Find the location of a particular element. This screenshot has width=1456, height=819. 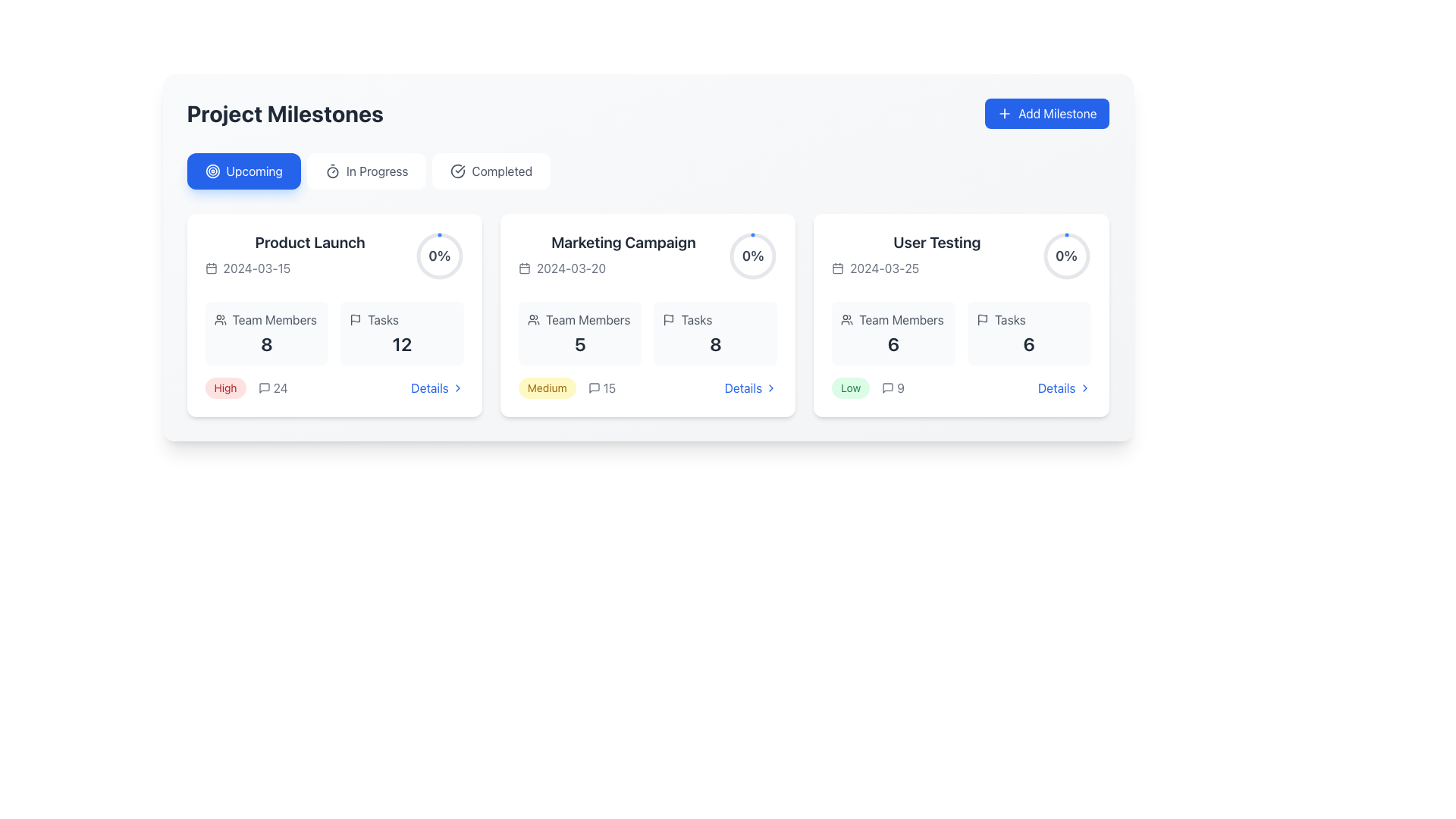

the text link with icon located in the bottom-right corner of the 'Marketing Campaign' card is located at coordinates (751, 388).